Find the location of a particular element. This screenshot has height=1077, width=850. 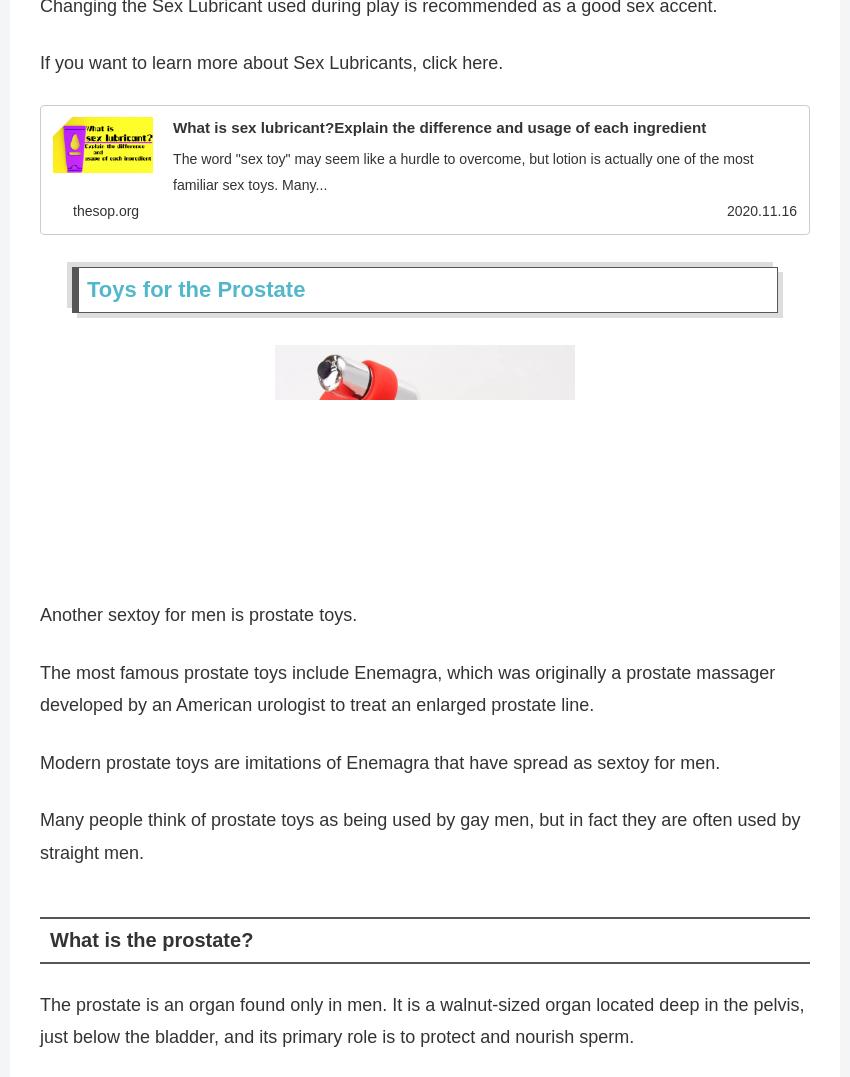

'The most famous prostate toys include Enemagra, which was originally a prostate massager developed by an American urologist to treat an enlarged prostate line.' is located at coordinates (407, 693).